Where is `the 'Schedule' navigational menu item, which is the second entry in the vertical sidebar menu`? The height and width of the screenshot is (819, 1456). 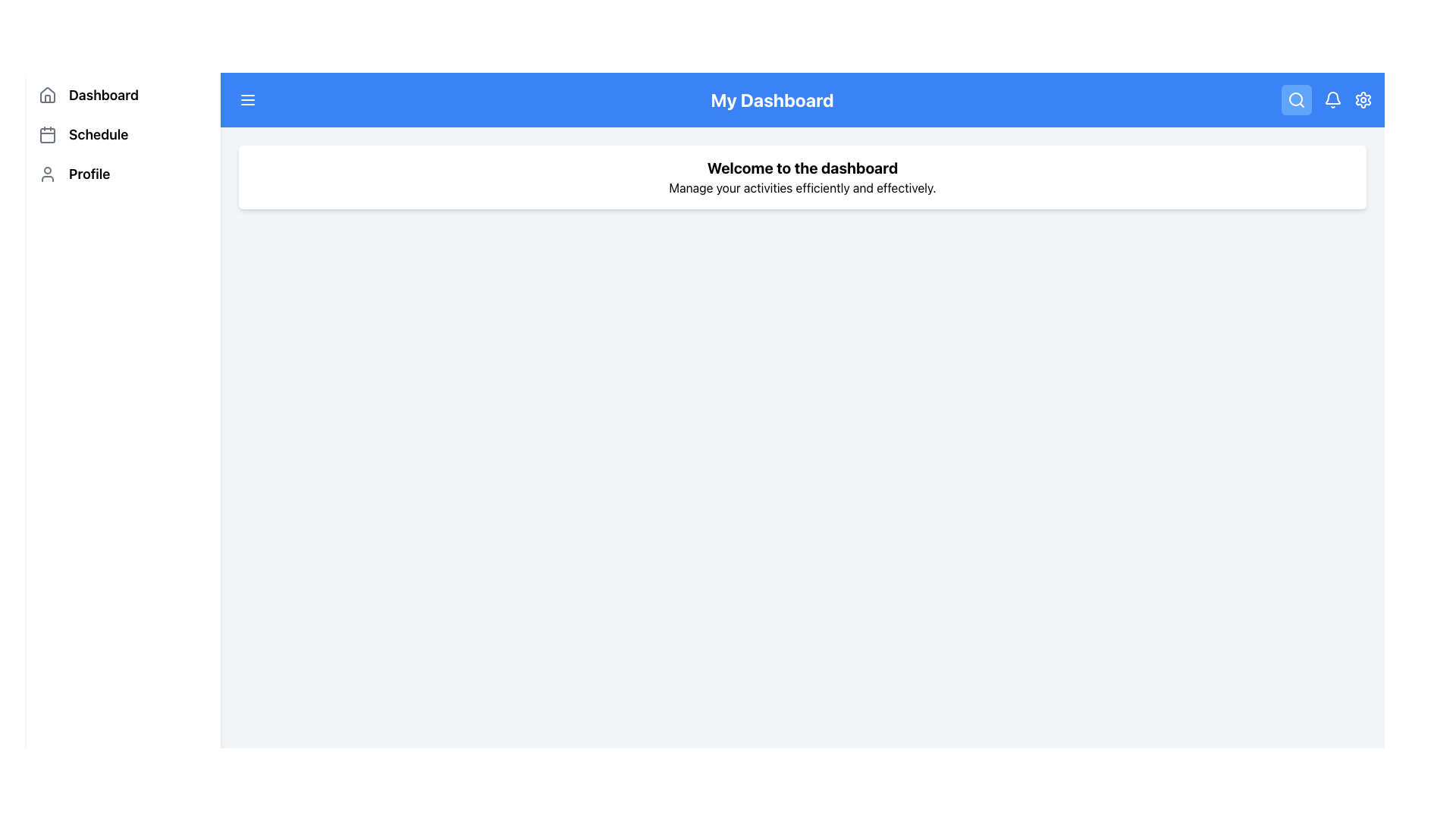
the 'Schedule' navigational menu item, which is the second entry in the vertical sidebar menu is located at coordinates (124, 133).